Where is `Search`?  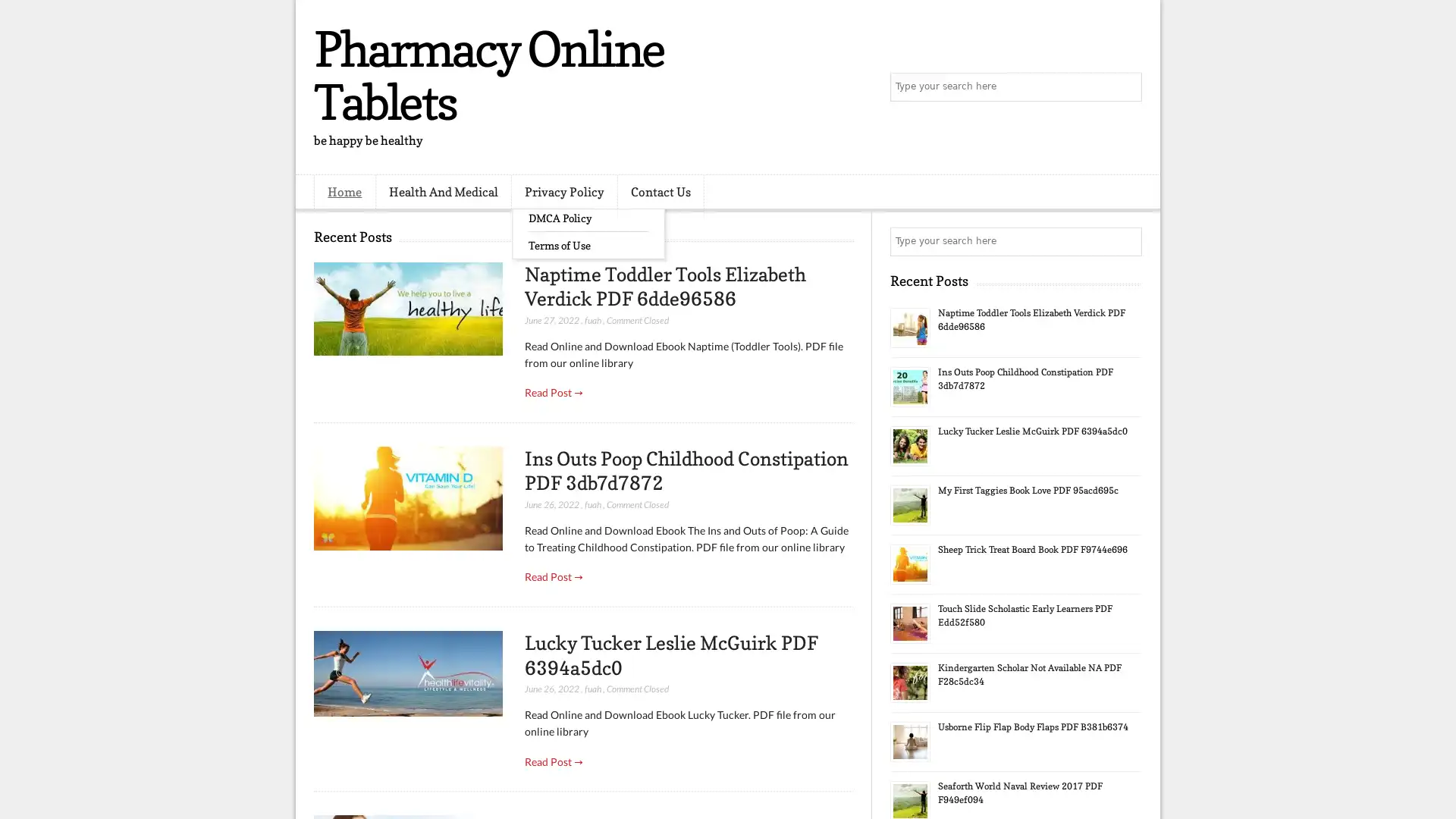
Search is located at coordinates (1126, 241).